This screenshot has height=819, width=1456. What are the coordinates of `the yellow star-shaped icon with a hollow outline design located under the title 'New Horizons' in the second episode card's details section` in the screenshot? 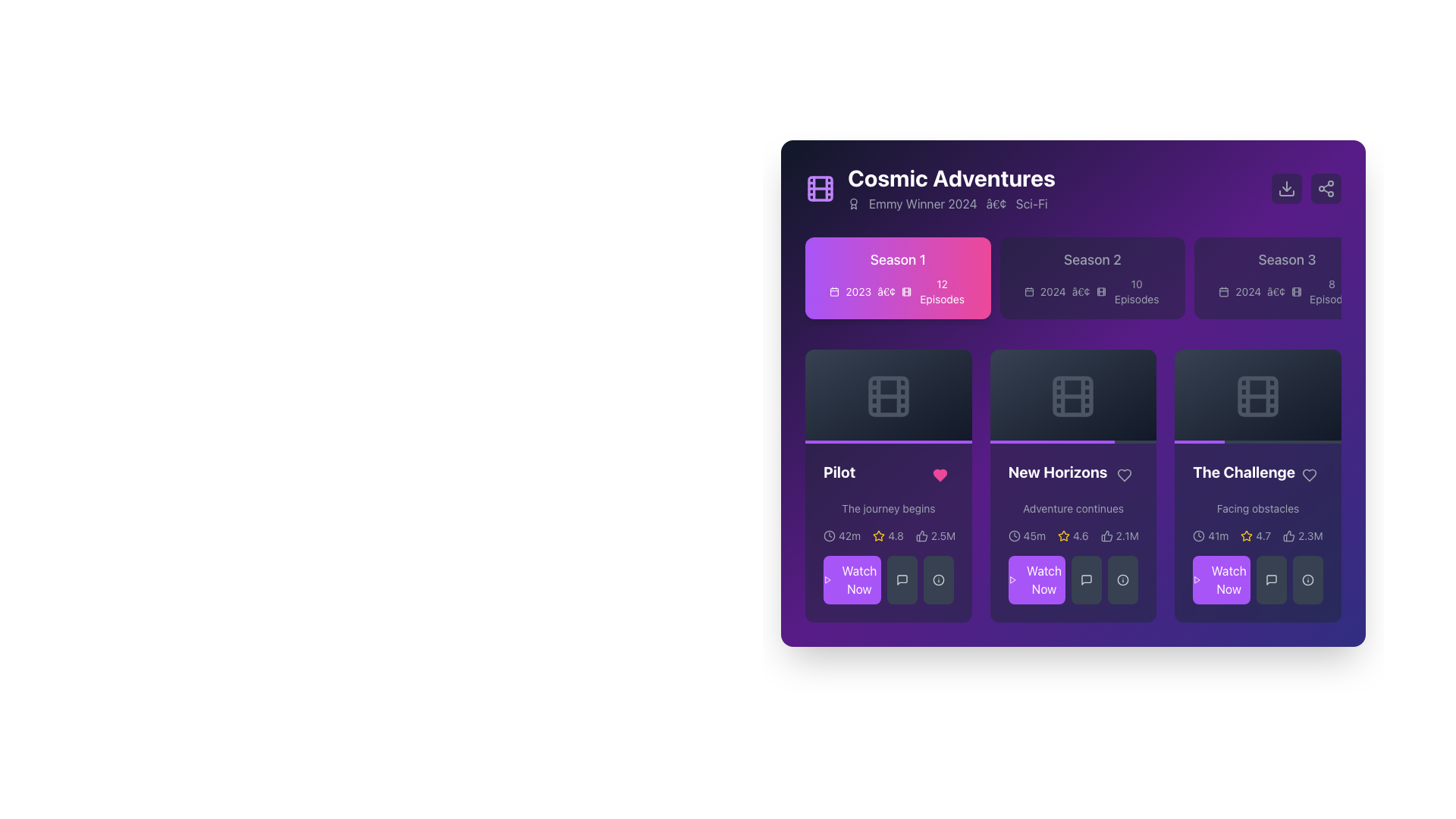 It's located at (1247, 535).